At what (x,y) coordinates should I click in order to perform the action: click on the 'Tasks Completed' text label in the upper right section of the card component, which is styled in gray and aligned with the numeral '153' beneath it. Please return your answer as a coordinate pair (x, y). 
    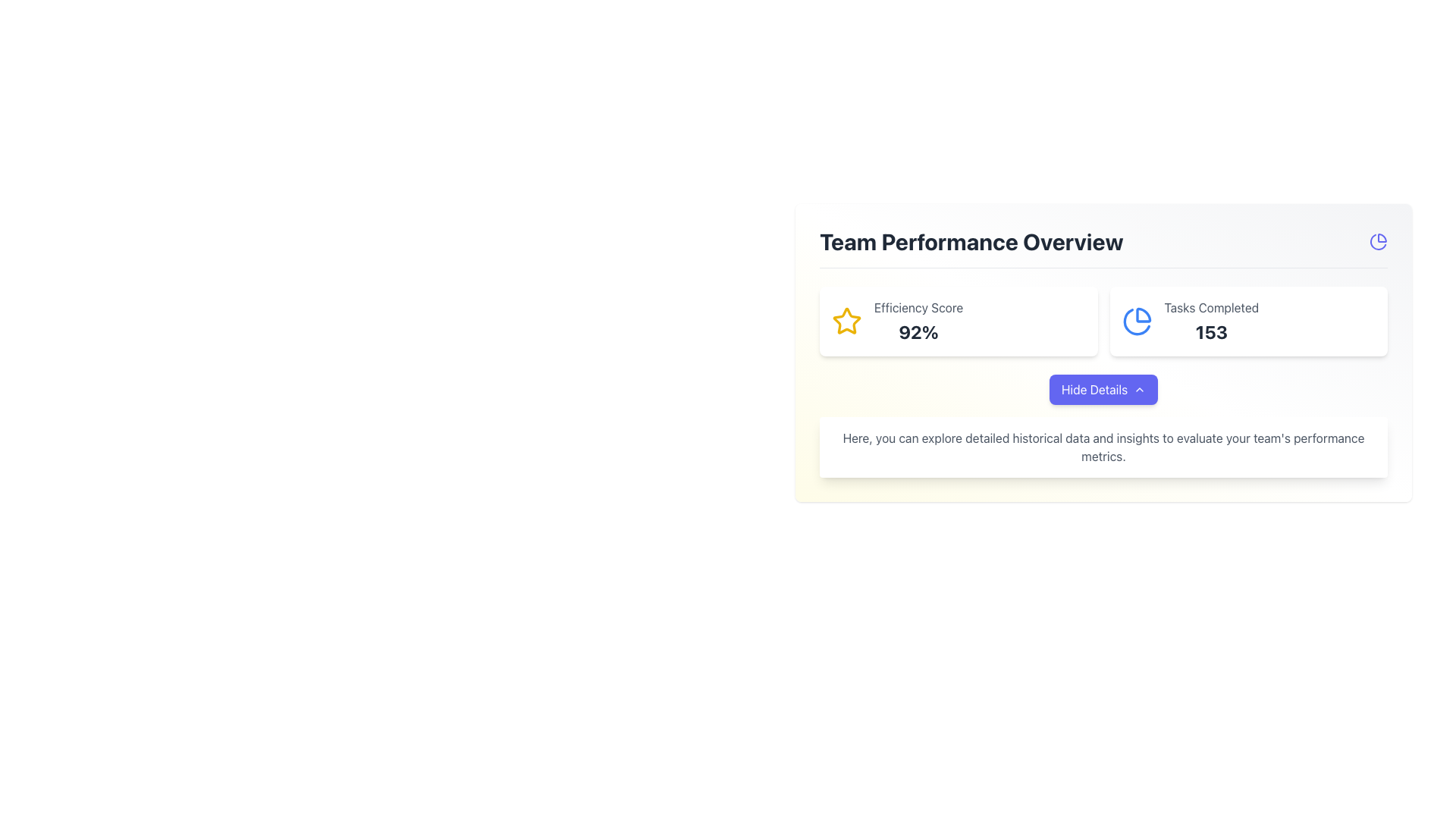
    Looking at the image, I should click on (1210, 307).